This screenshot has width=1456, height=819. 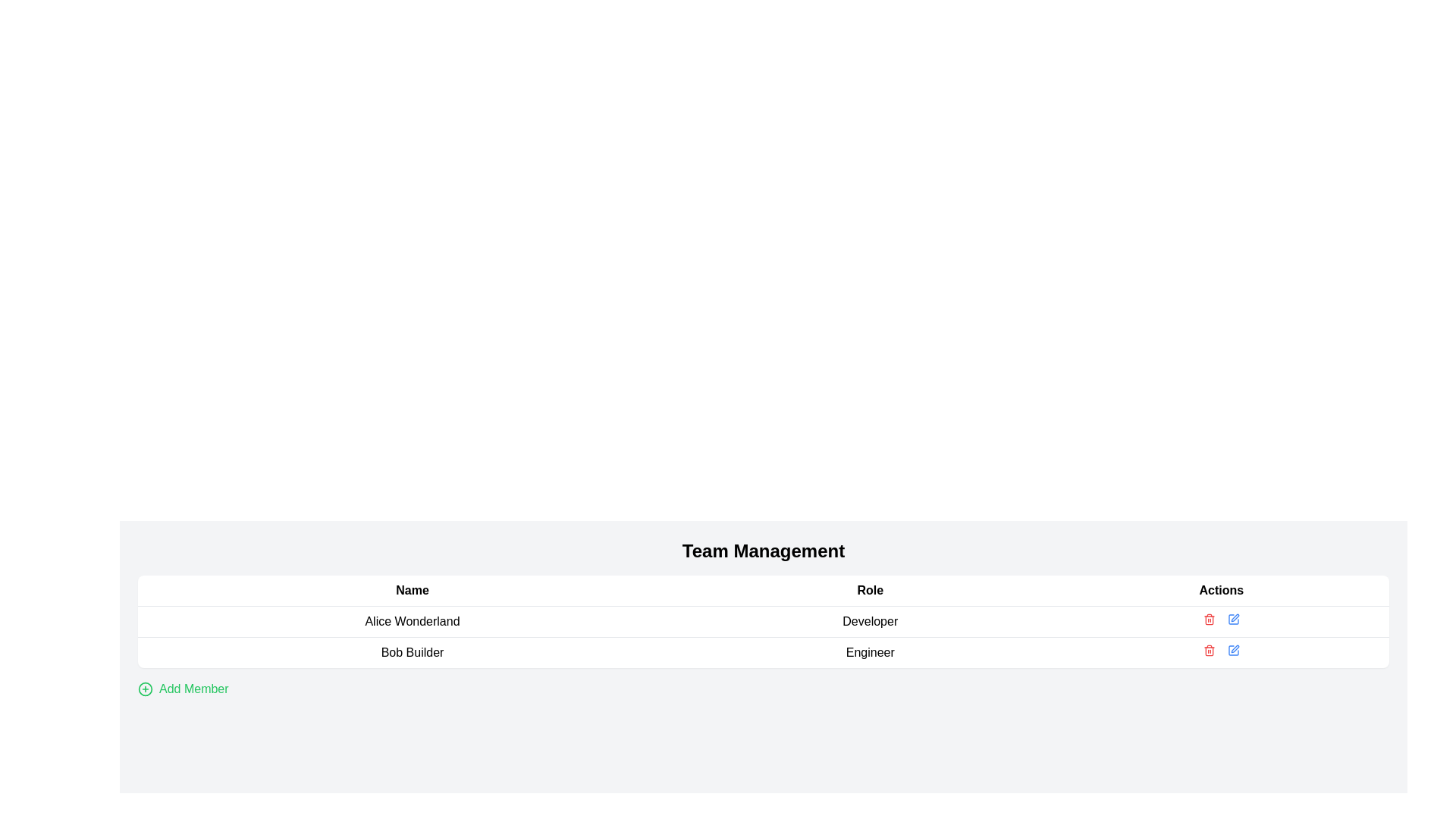 I want to click on the circular part of the 'Add Member' SVG icon to initiate the action of adding a new member to the list, so click(x=146, y=689).